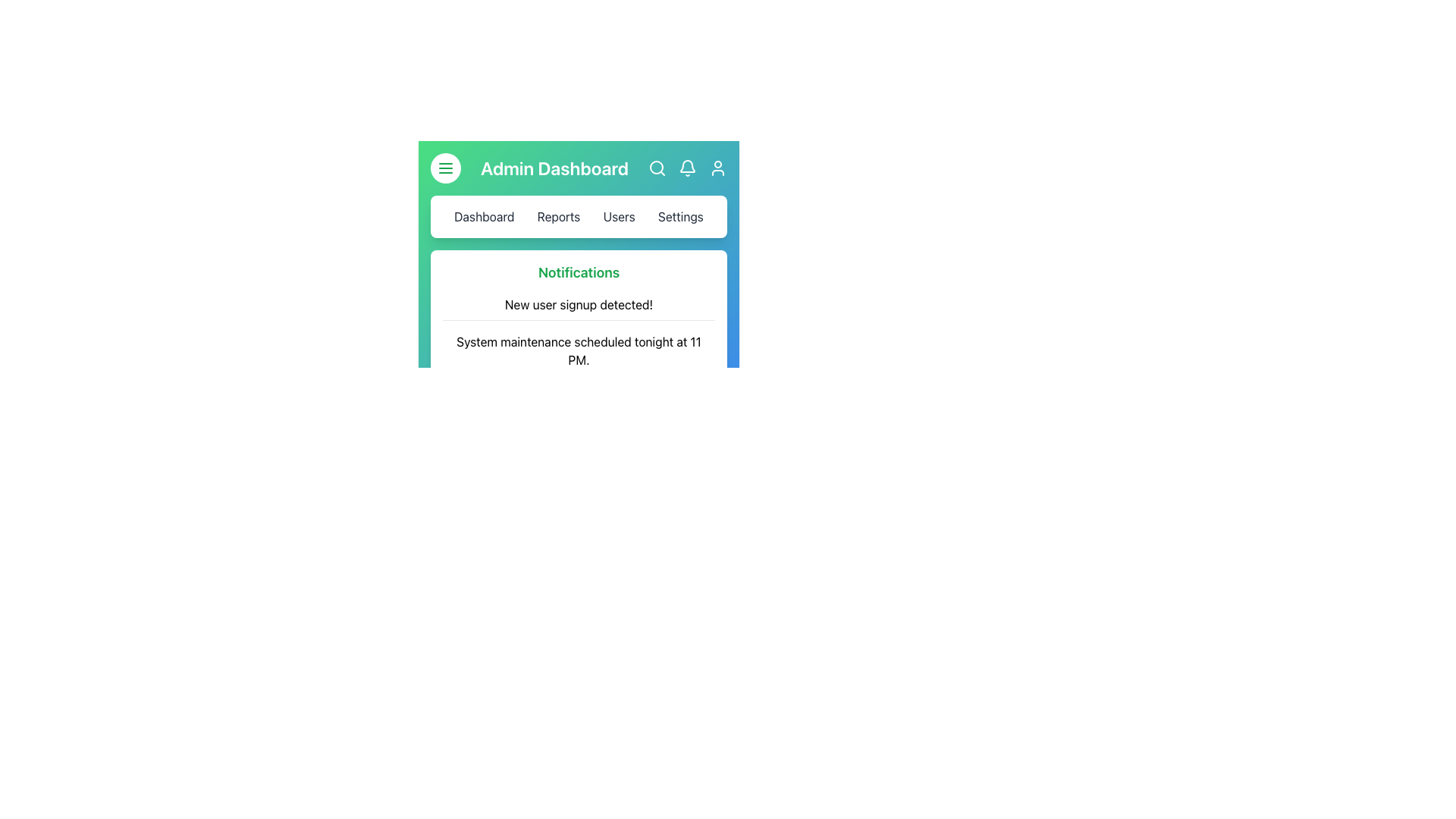  I want to click on the 'Dashboard' navigation link located in the top horizontal navigation bar, so click(483, 216).